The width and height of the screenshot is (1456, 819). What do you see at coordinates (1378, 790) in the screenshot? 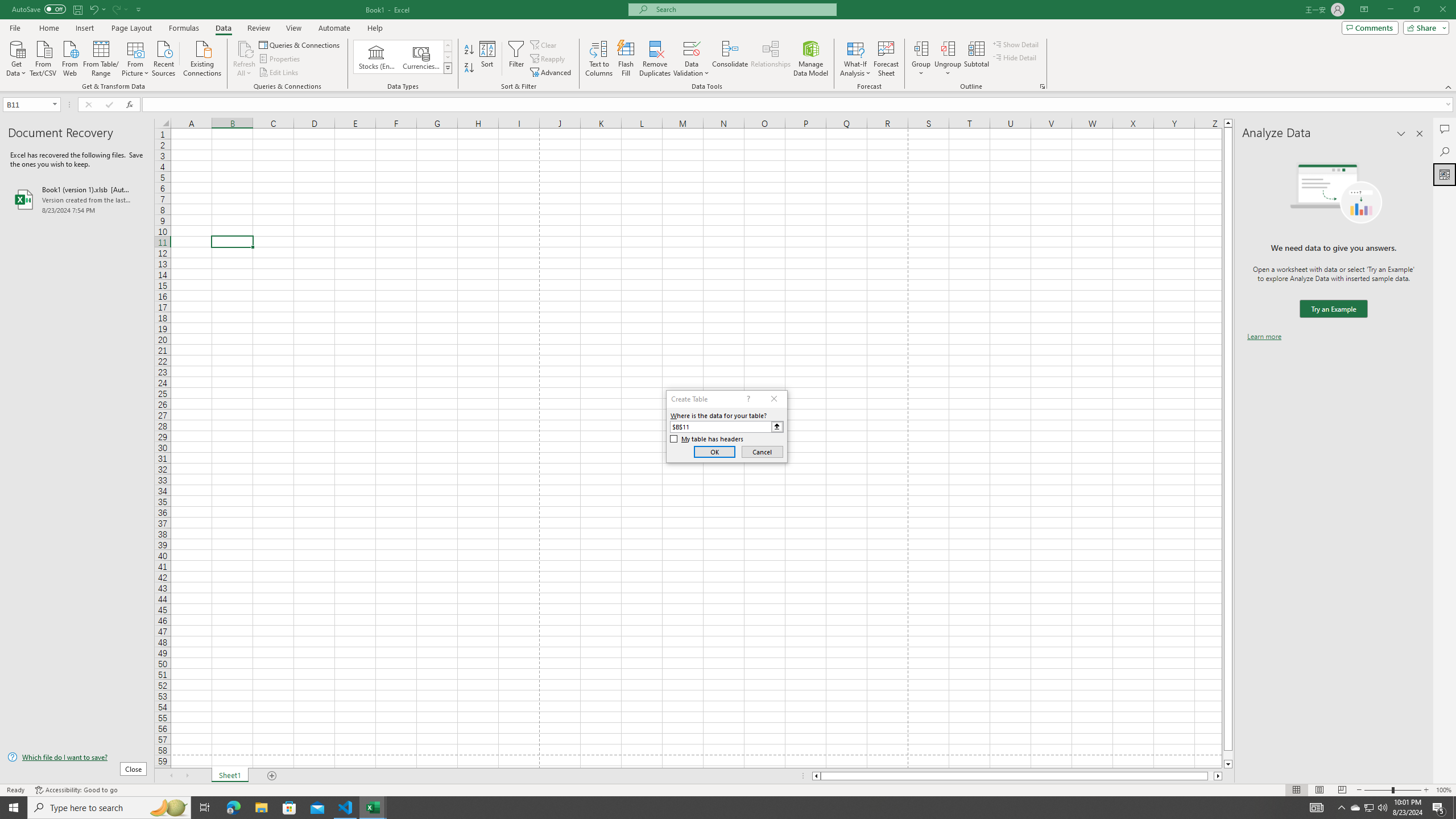
I see `'Zoom Out'` at bounding box center [1378, 790].